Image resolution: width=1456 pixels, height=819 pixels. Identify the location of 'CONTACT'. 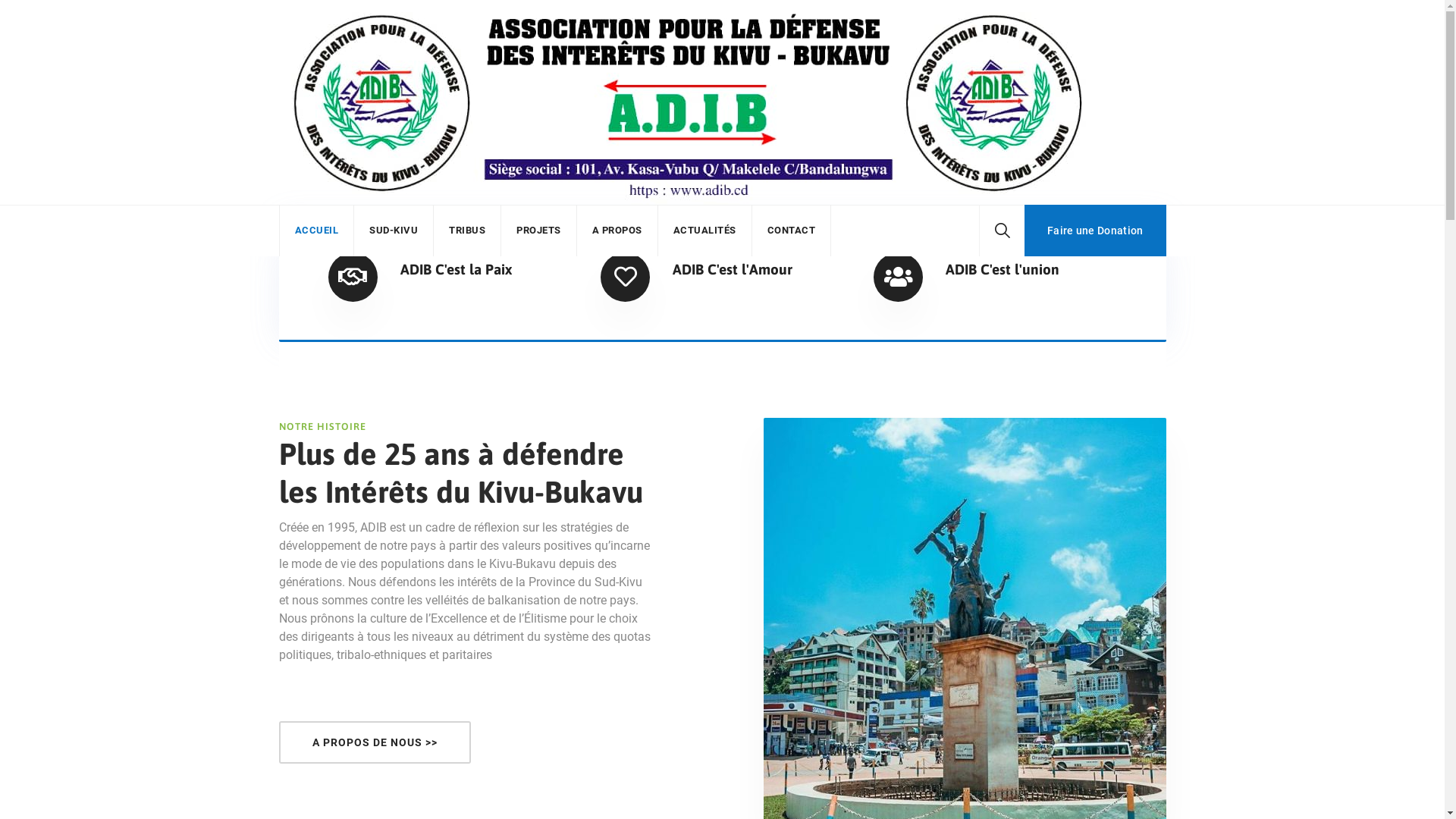
(790, 231).